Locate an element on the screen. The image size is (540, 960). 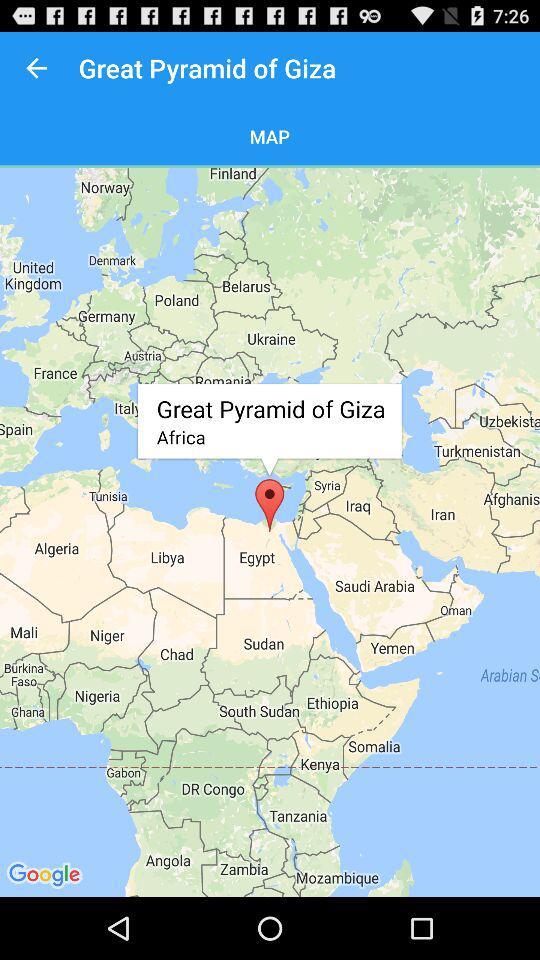
item next to great pyramid of item is located at coordinates (36, 68).